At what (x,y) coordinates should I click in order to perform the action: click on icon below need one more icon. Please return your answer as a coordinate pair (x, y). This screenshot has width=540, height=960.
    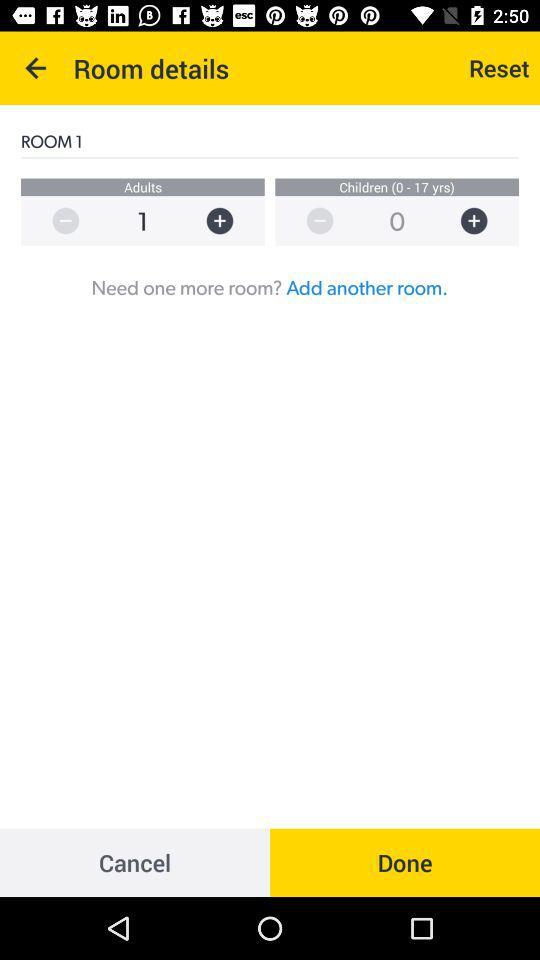
    Looking at the image, I should click on (135, 861).